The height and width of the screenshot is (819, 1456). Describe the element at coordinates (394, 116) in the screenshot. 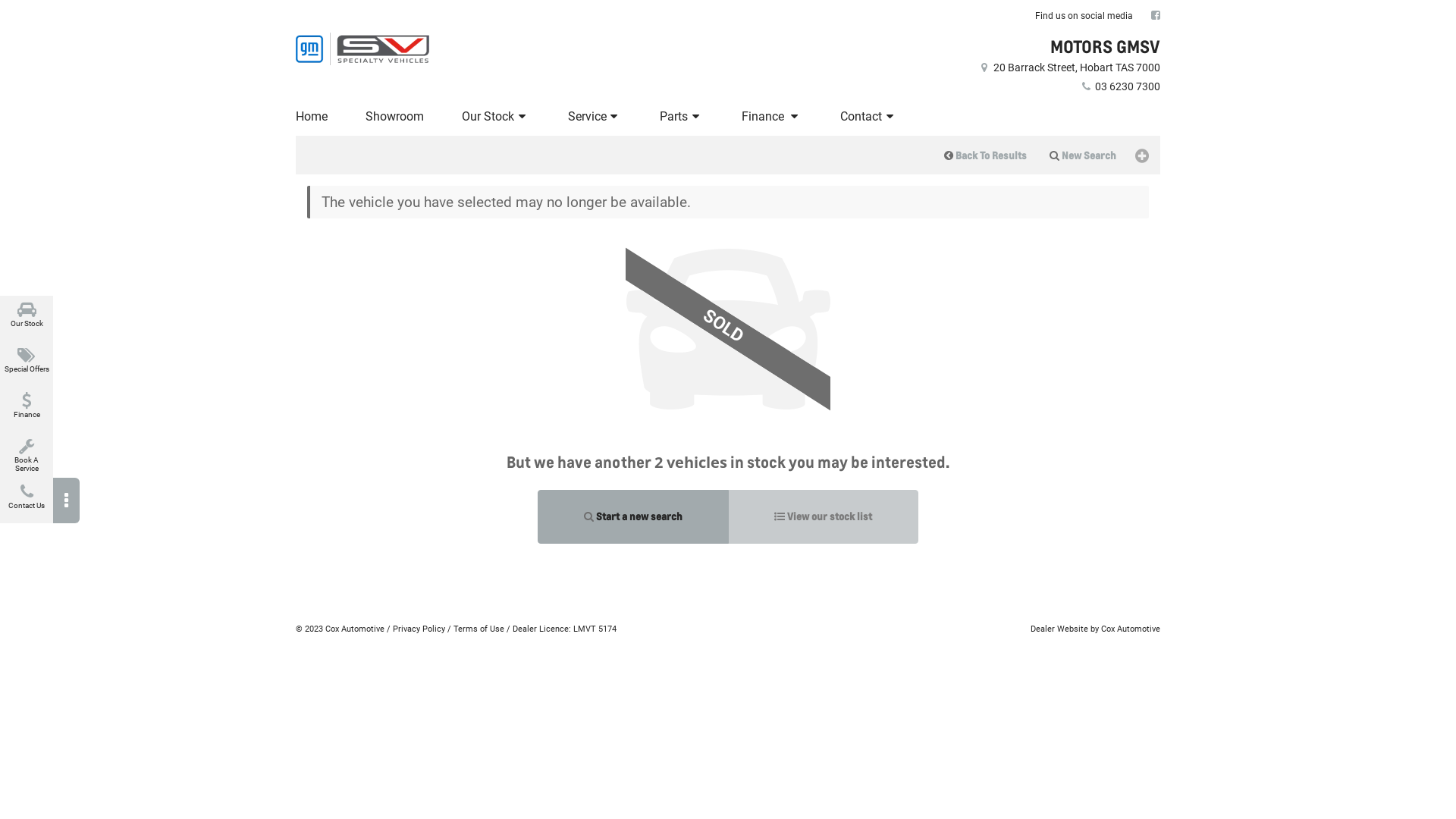

I see `'Showroom'` at that location.